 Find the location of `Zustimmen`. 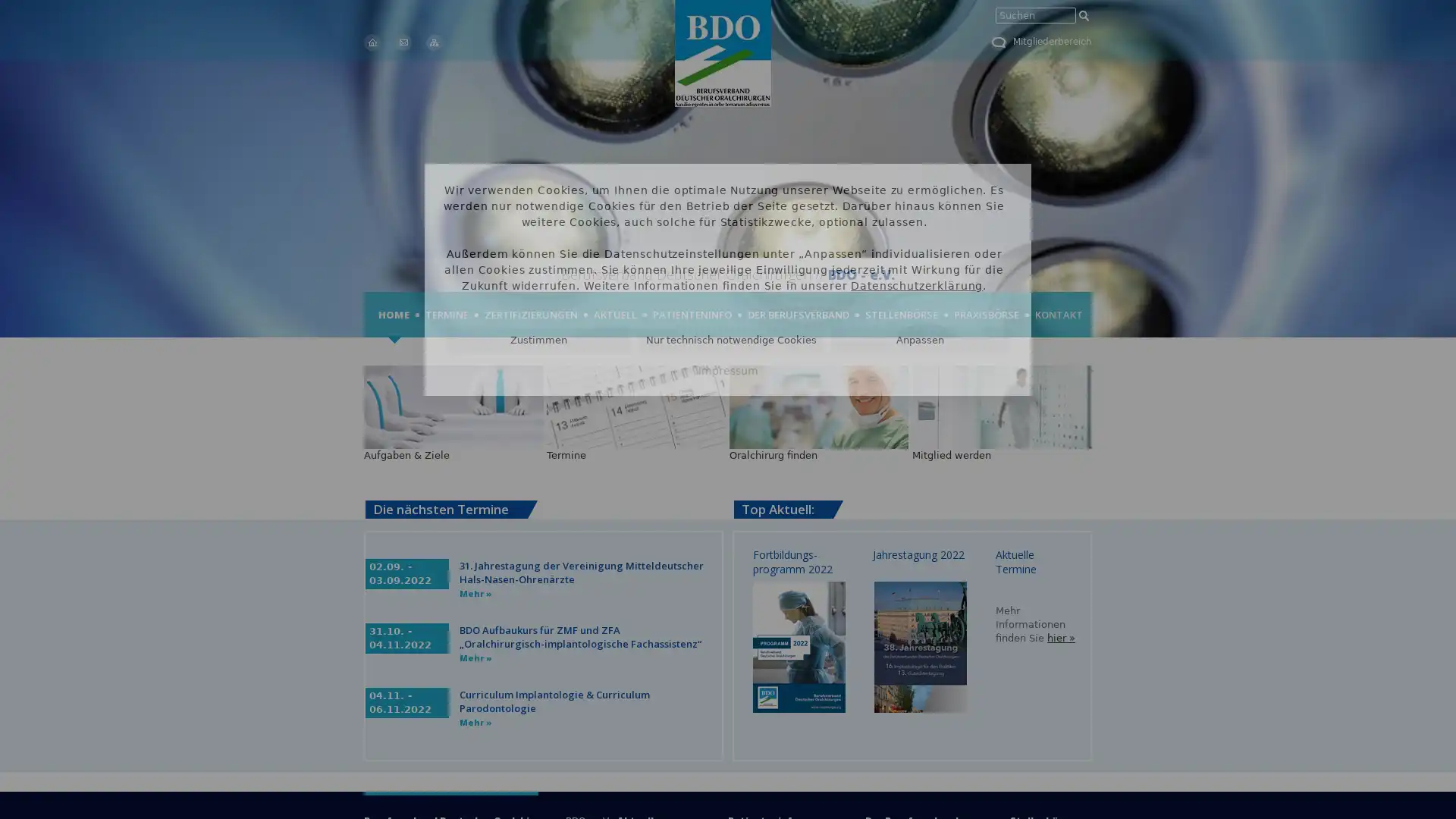

Zustimmen is located at coordinates (538, 339).